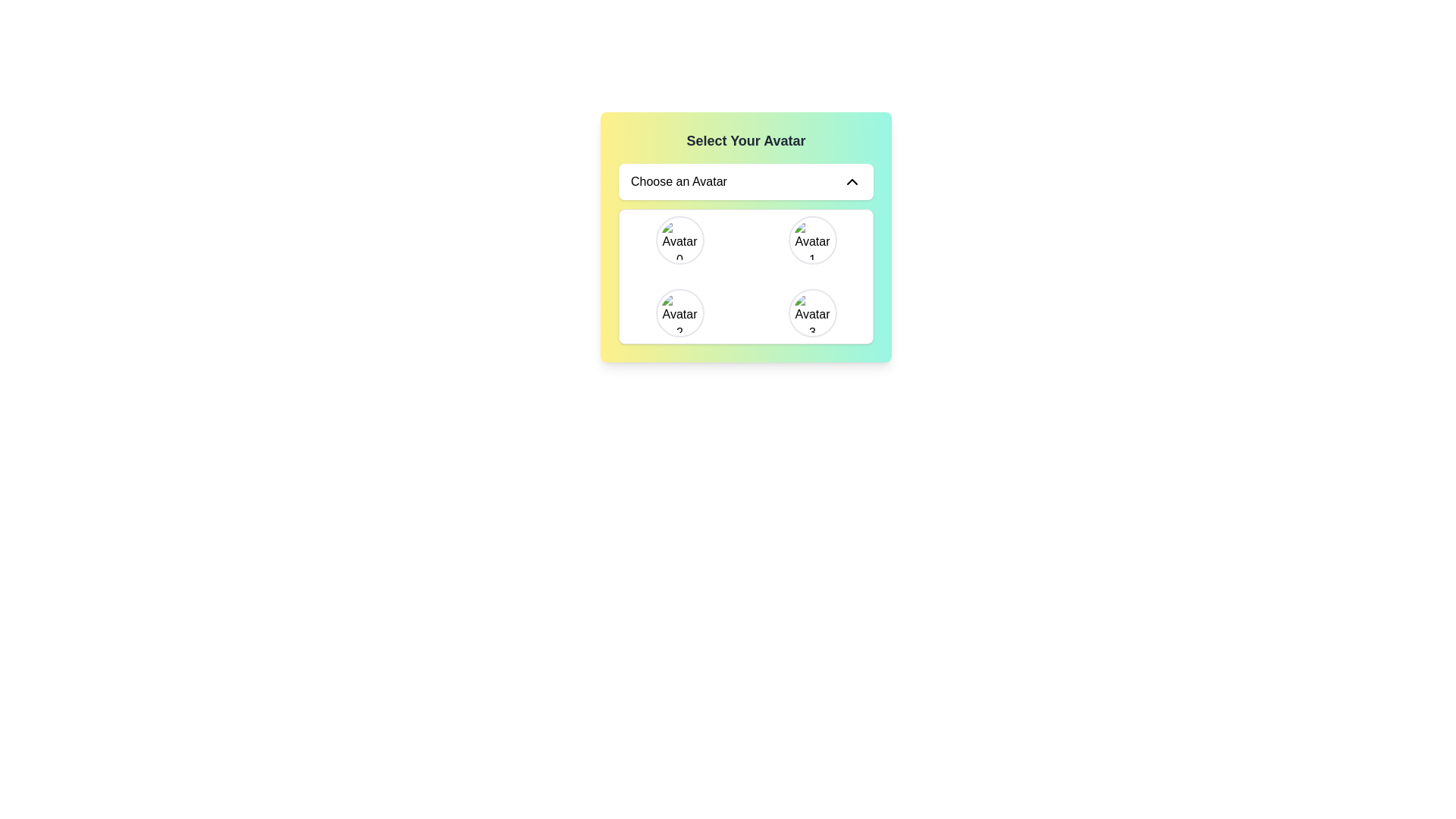 This screenshot has height=819, width=1456. What do you see at coordinates (811, 239) in the screenshot?
I see `the circular avatar icon with a gray border labeled 'Avatar' and the number '1'` at bounding box center [811, 239].